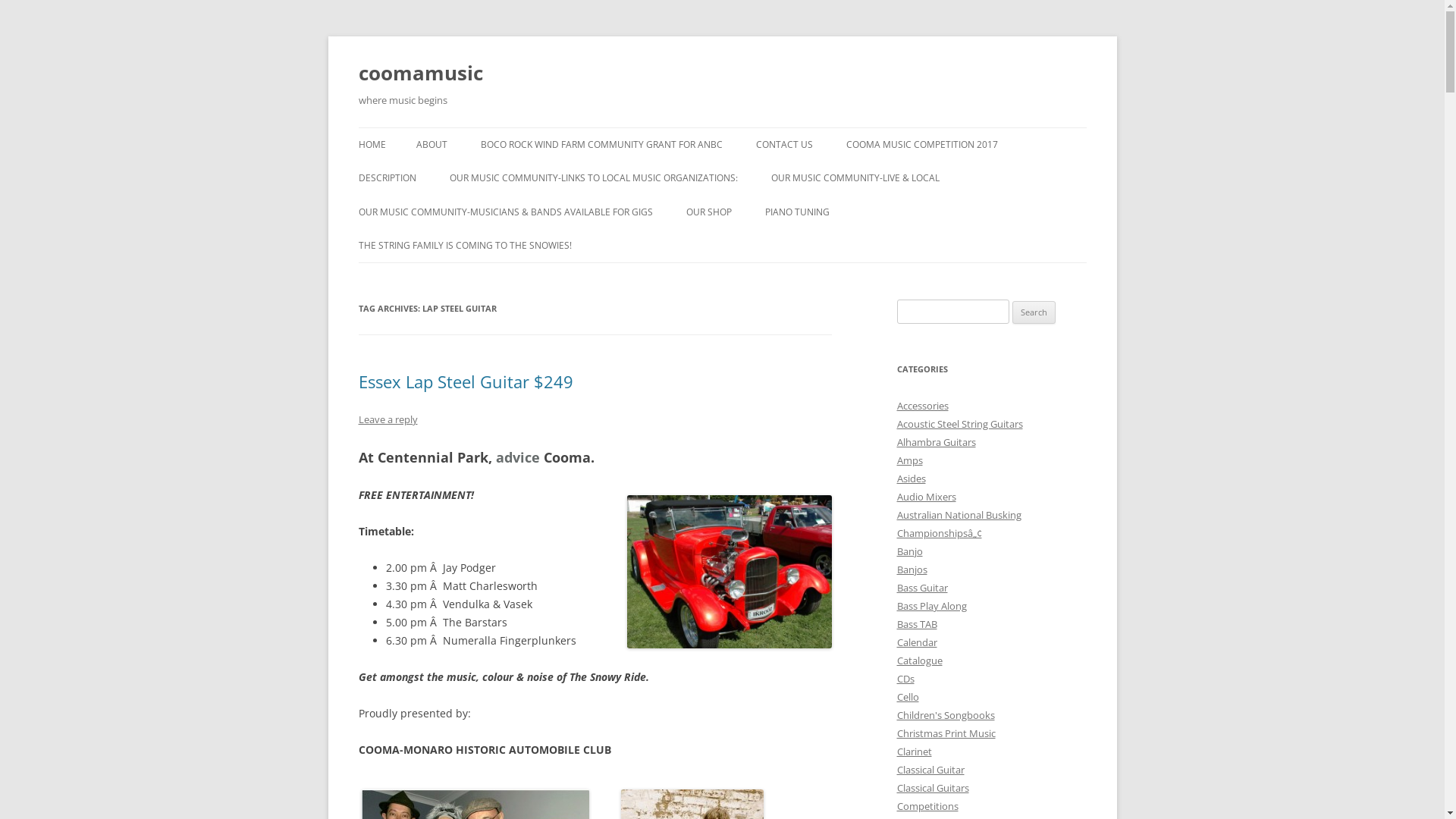 The width and height of the screenshot is (1456, 819). I want to click on 'Banjo', so click(896, 551).